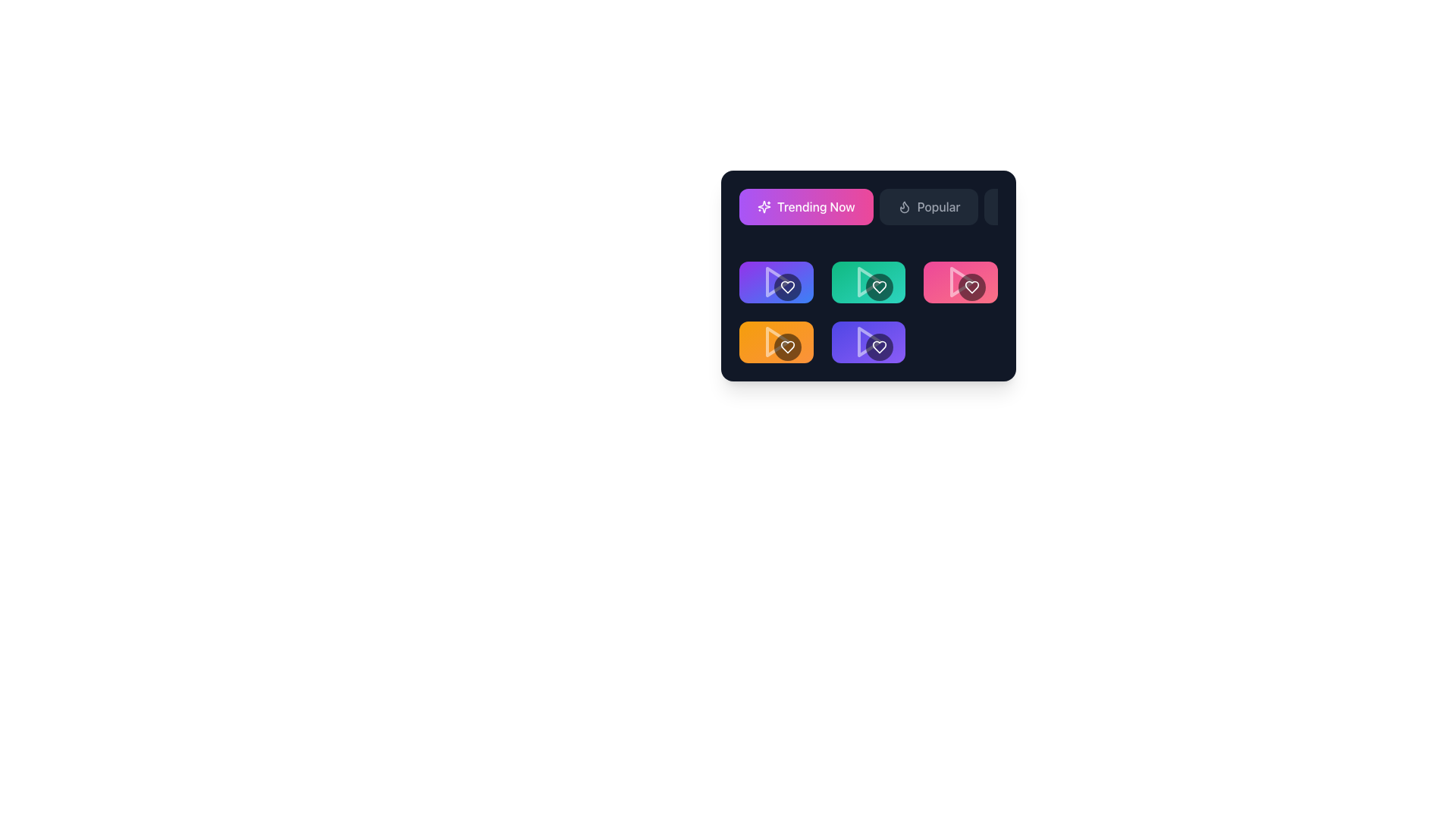 Image resolution: width=1456 pixels, height=819 pixels. What do you see at coordinates (776, 342) in the screenshot?
I see `the interactive video thumbnail located in the second row, first column of a 2x3 grid layout` at bounding box center [776, 342].